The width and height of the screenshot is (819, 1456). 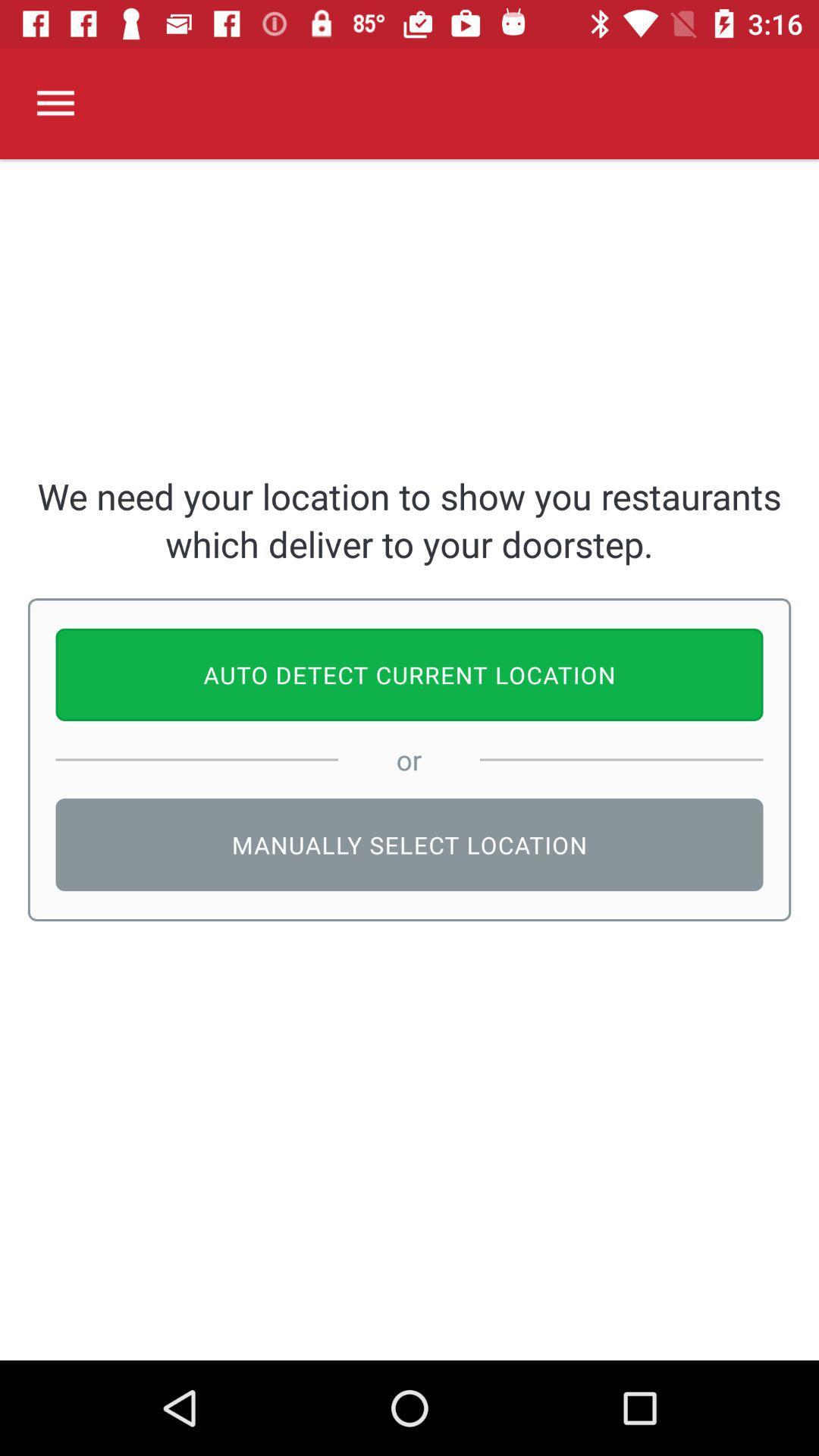 I want to click on the item at the top left corner, so click(x=55, y=102).